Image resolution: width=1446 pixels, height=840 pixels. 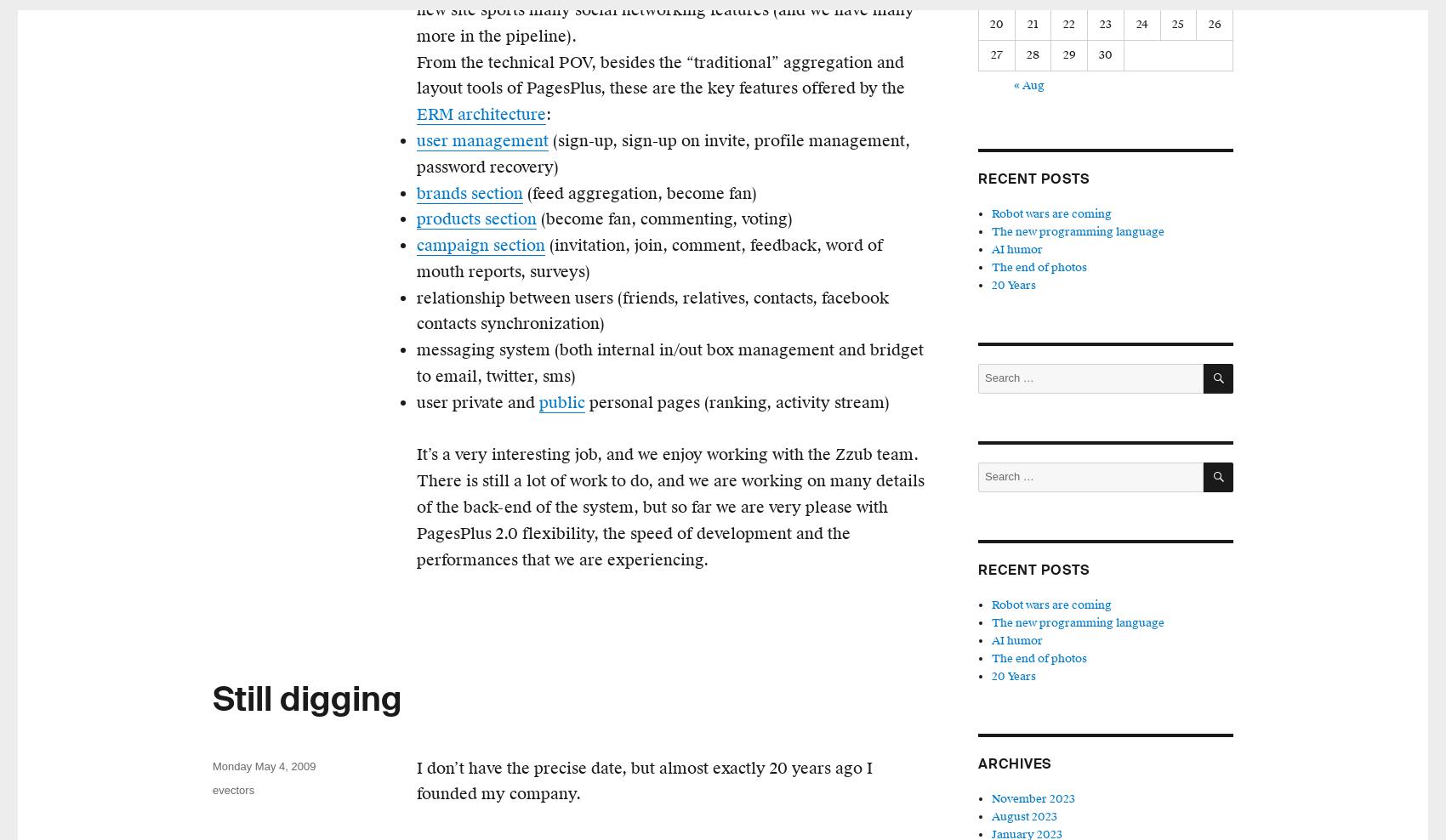 What do you see at coordinates (416, 401) in the screenshot?
I see `'user private and'` at bounding box center [416, 401].